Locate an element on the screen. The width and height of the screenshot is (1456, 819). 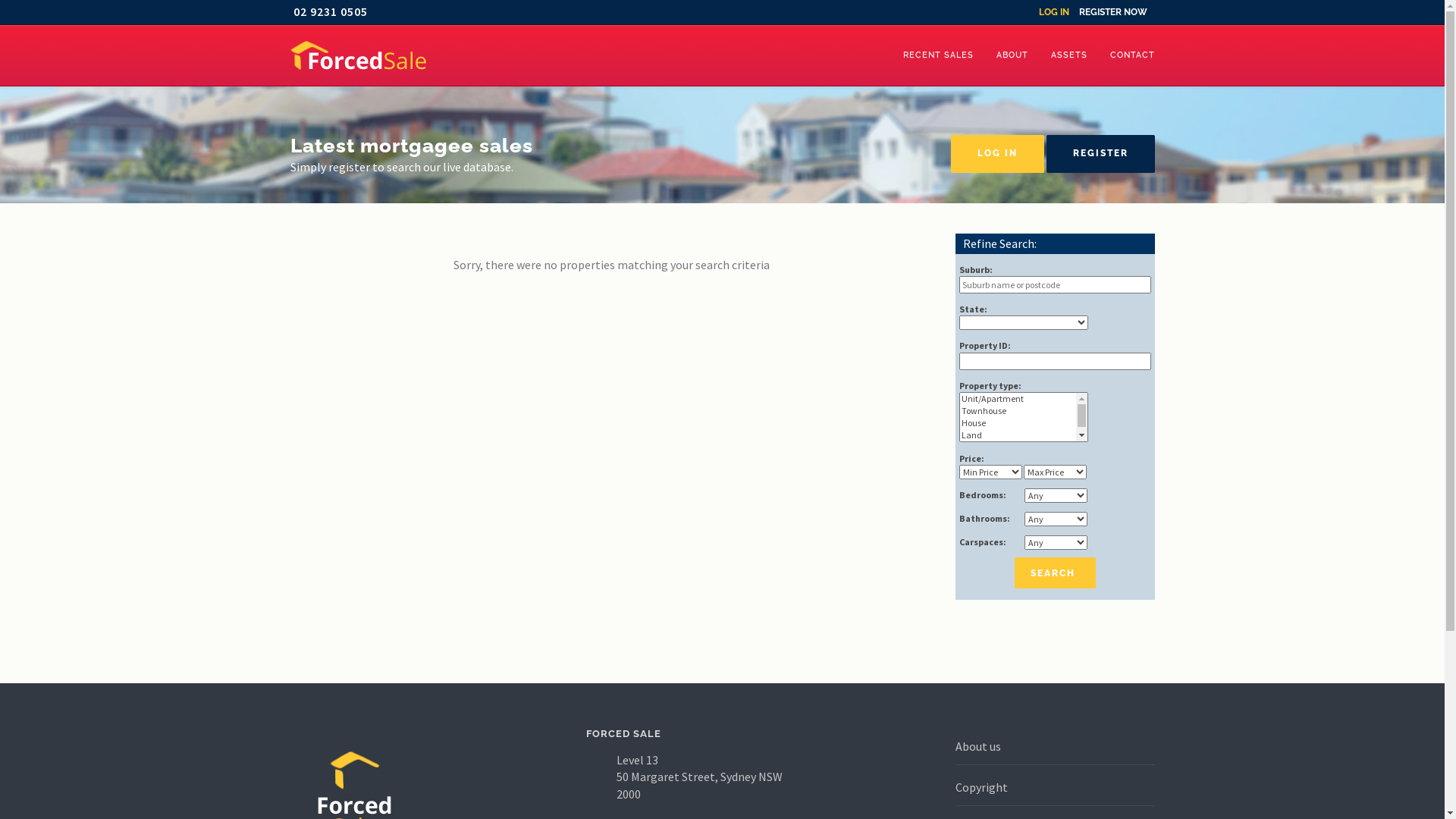
'RECENT SALES' is located at coordinates (937, 55).